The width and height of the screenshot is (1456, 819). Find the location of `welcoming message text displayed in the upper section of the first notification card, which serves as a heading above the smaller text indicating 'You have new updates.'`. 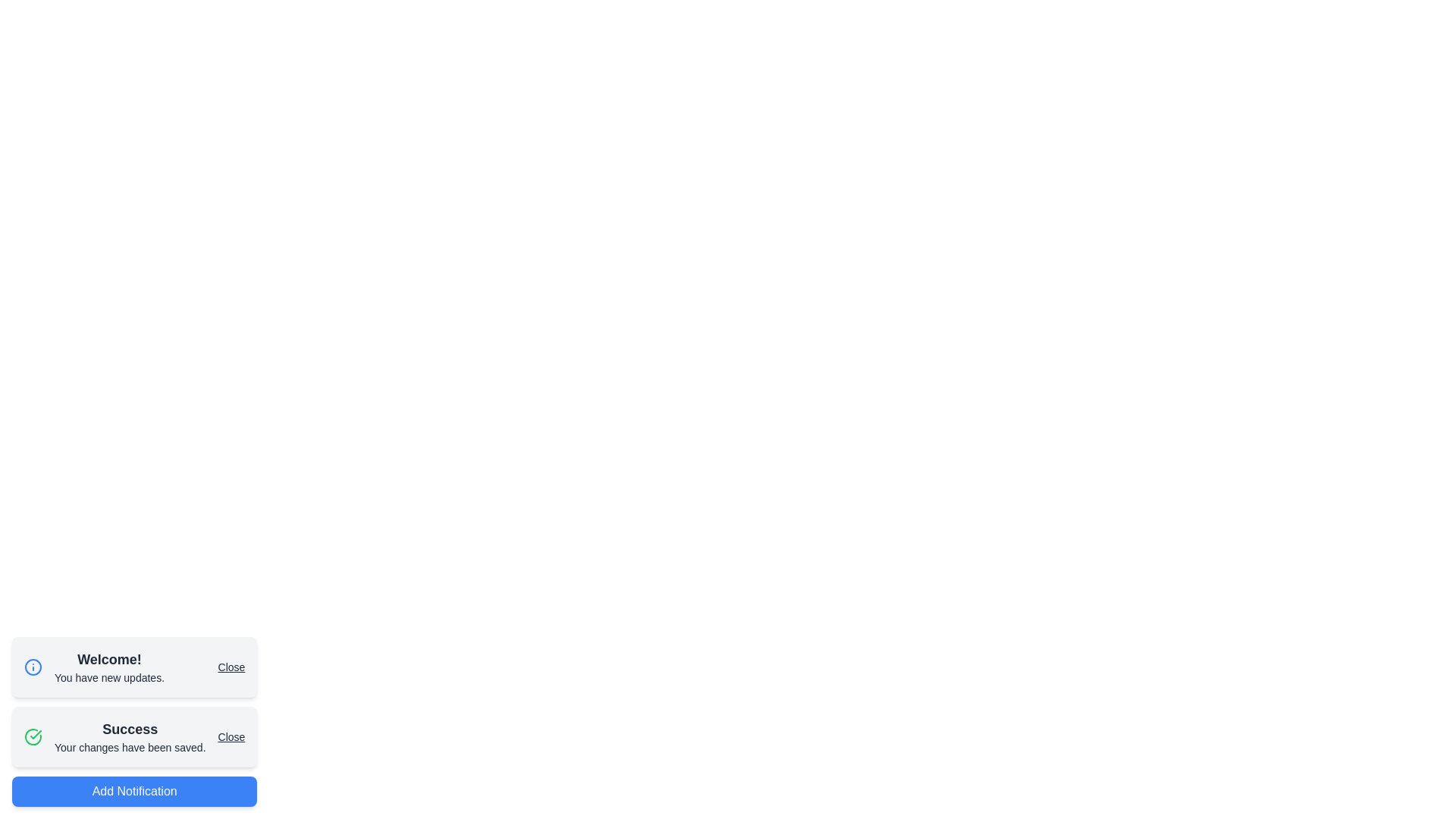

welcoming message text displayed in the upper section of the first notification card, which serves as a heading above the smaller text indicating 'You have new updates.' is located at coordinates (108, 659).